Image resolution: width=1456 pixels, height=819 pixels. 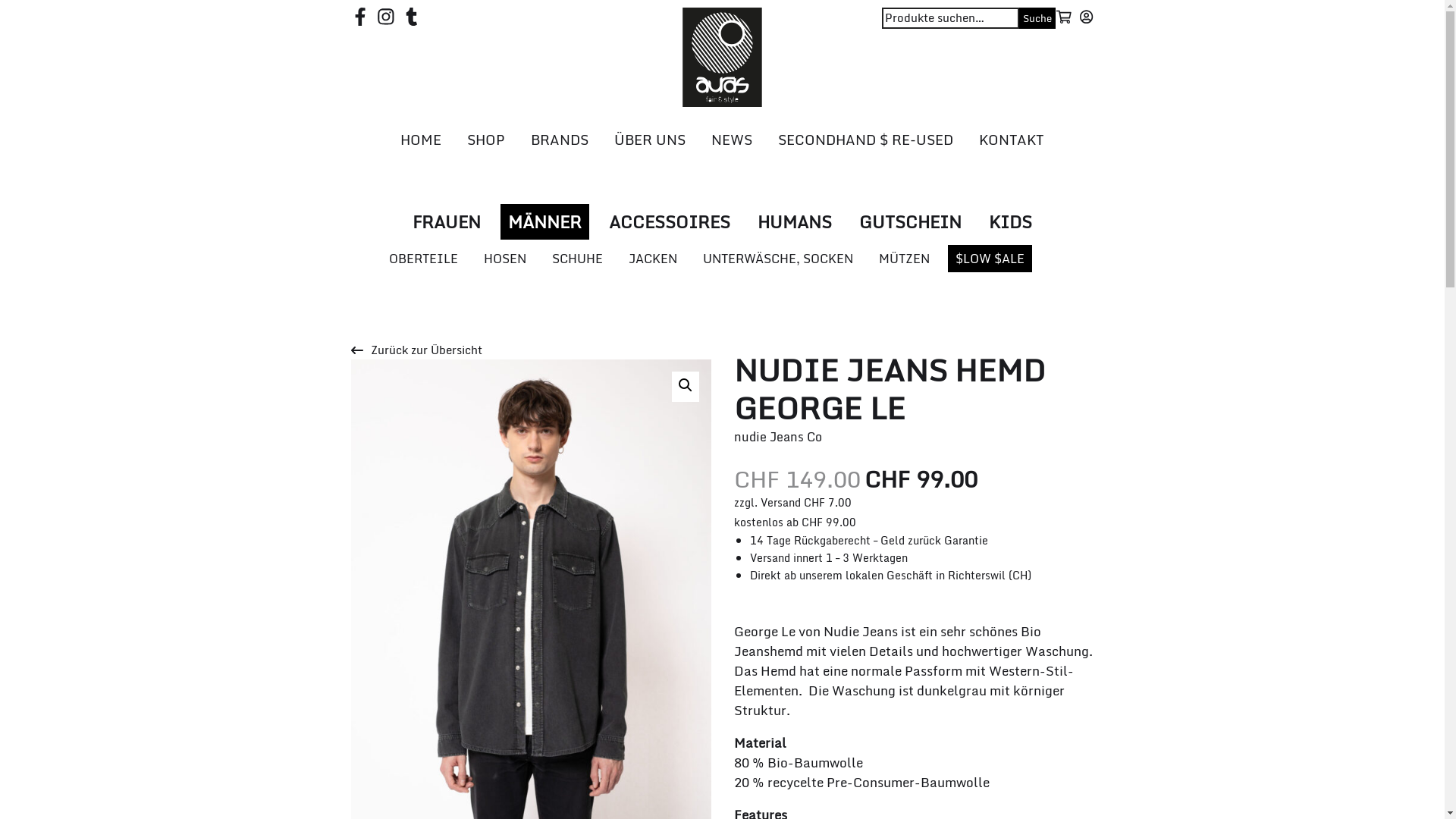 I want to click on 'HUMANS', so click(x=793, y=221).